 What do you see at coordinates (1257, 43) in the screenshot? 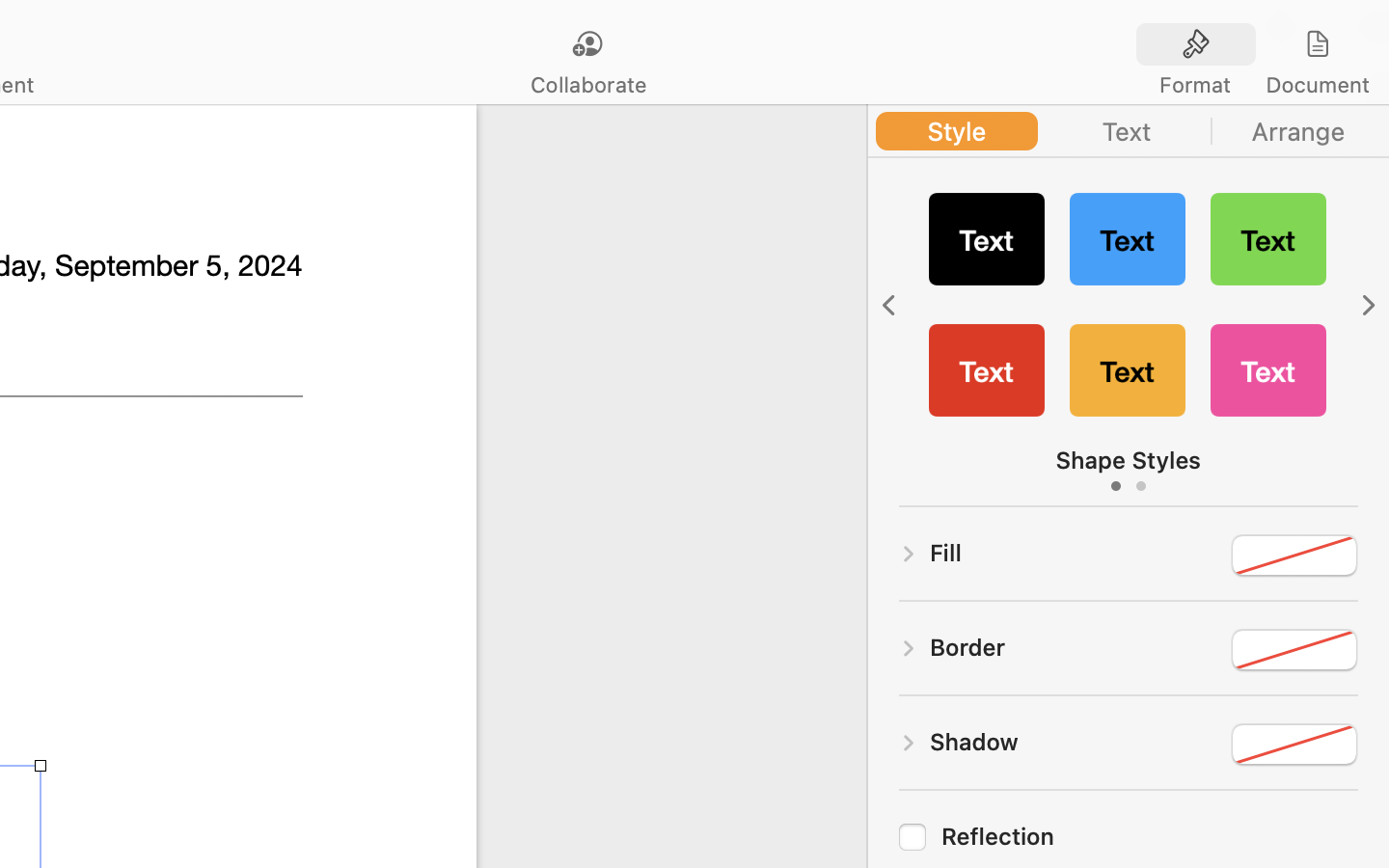
I see `'<AXUIElement 0x28b925910> {pid=1482}'` at bounding box center [1257, 43].